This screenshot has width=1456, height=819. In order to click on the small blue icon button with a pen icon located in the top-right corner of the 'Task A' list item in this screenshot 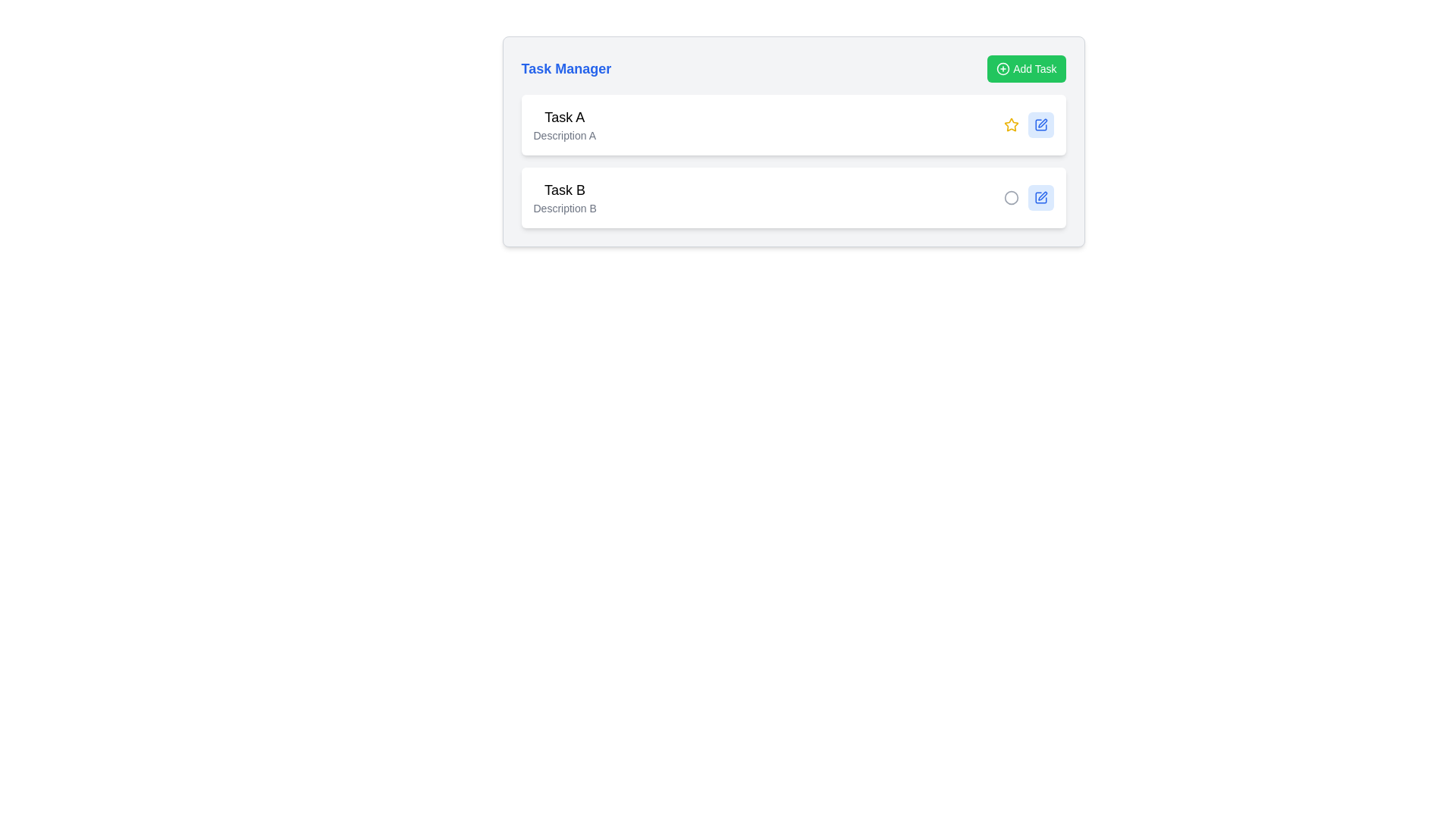, I will do `click(1040, 124)`.